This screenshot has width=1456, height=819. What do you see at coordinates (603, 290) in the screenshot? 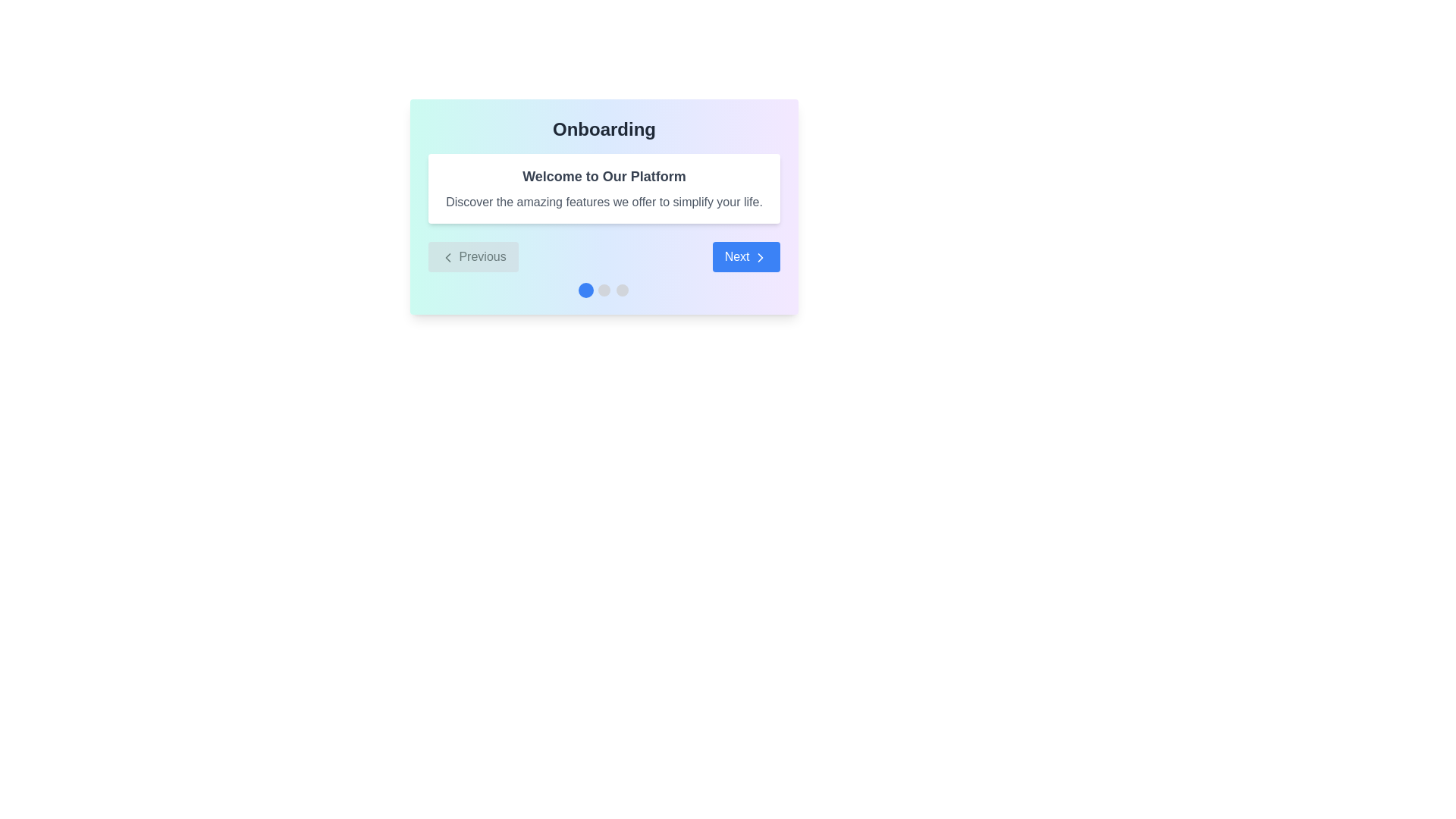
I see `the inactive second circular indicator in the pagination or step indicator row, which visually represents the current page or step in the process` at bounding box center [603, 290].